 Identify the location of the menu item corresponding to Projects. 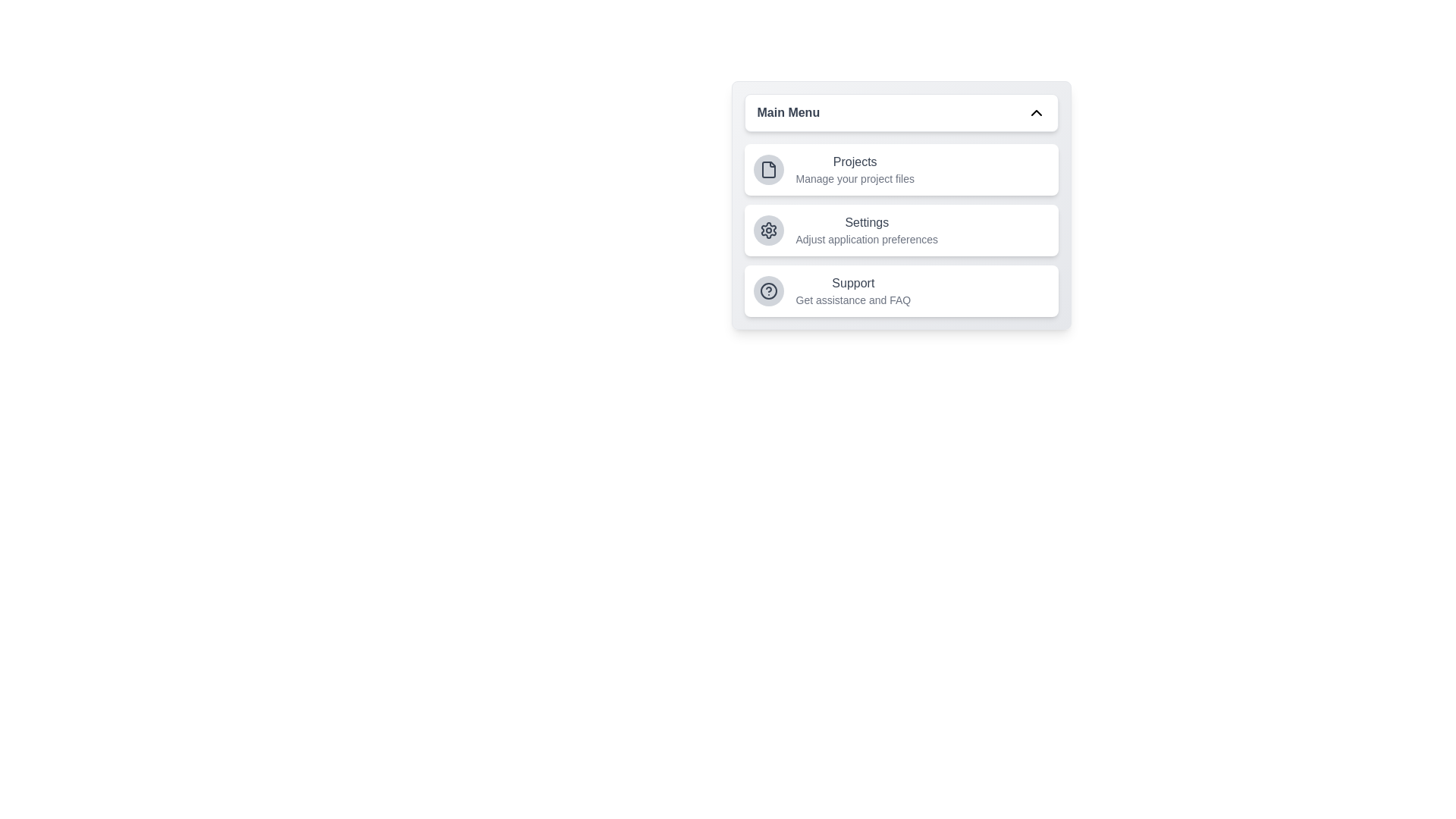
(901, 169).